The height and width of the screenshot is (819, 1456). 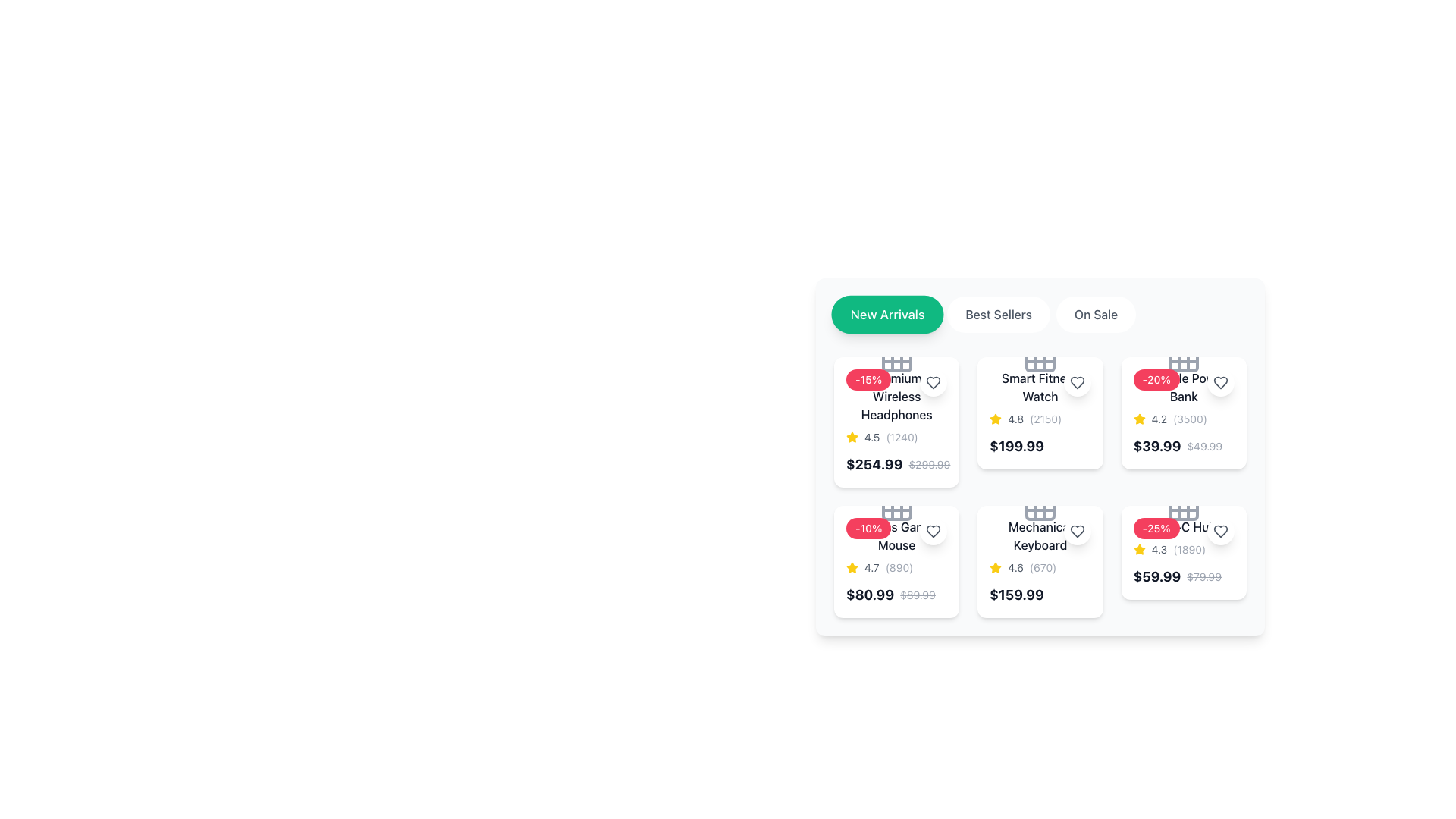 I want to click on the yellow star-shaped icon representing ratings, located below the product's name and to the left of the numerical rating, so click(x=1139, y=419).